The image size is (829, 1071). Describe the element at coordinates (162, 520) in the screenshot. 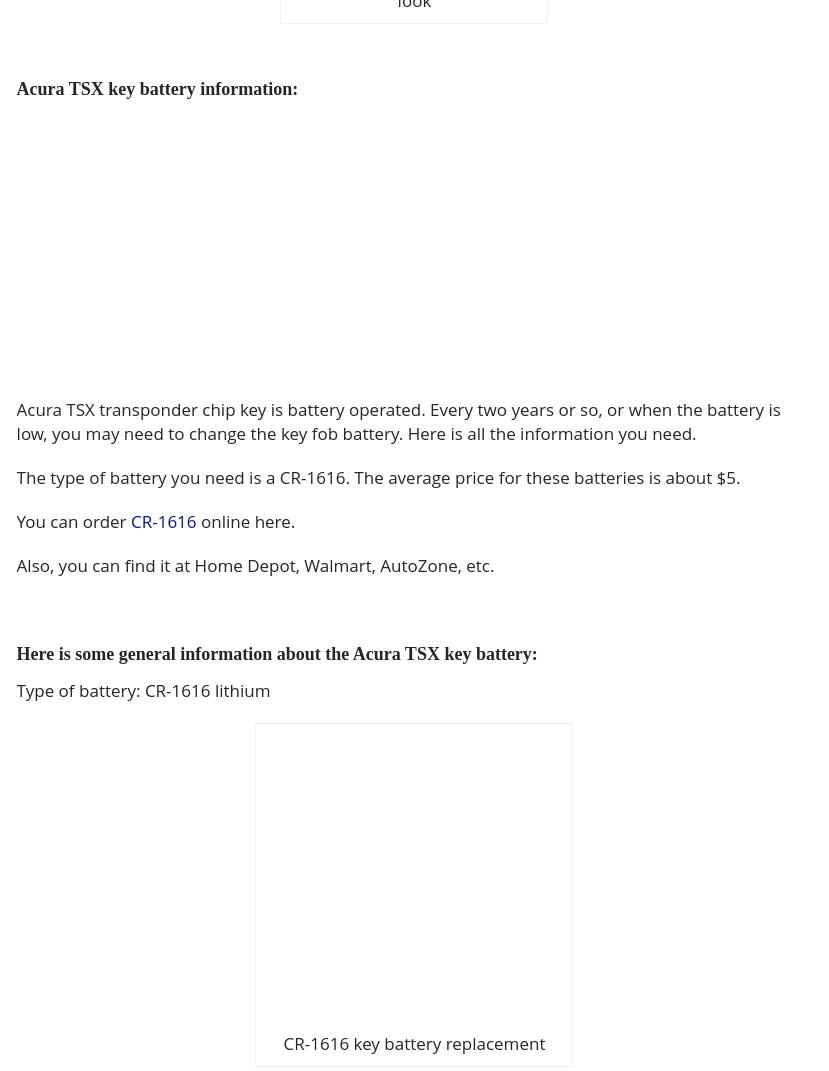

I see `'CR-1616'` at that location.